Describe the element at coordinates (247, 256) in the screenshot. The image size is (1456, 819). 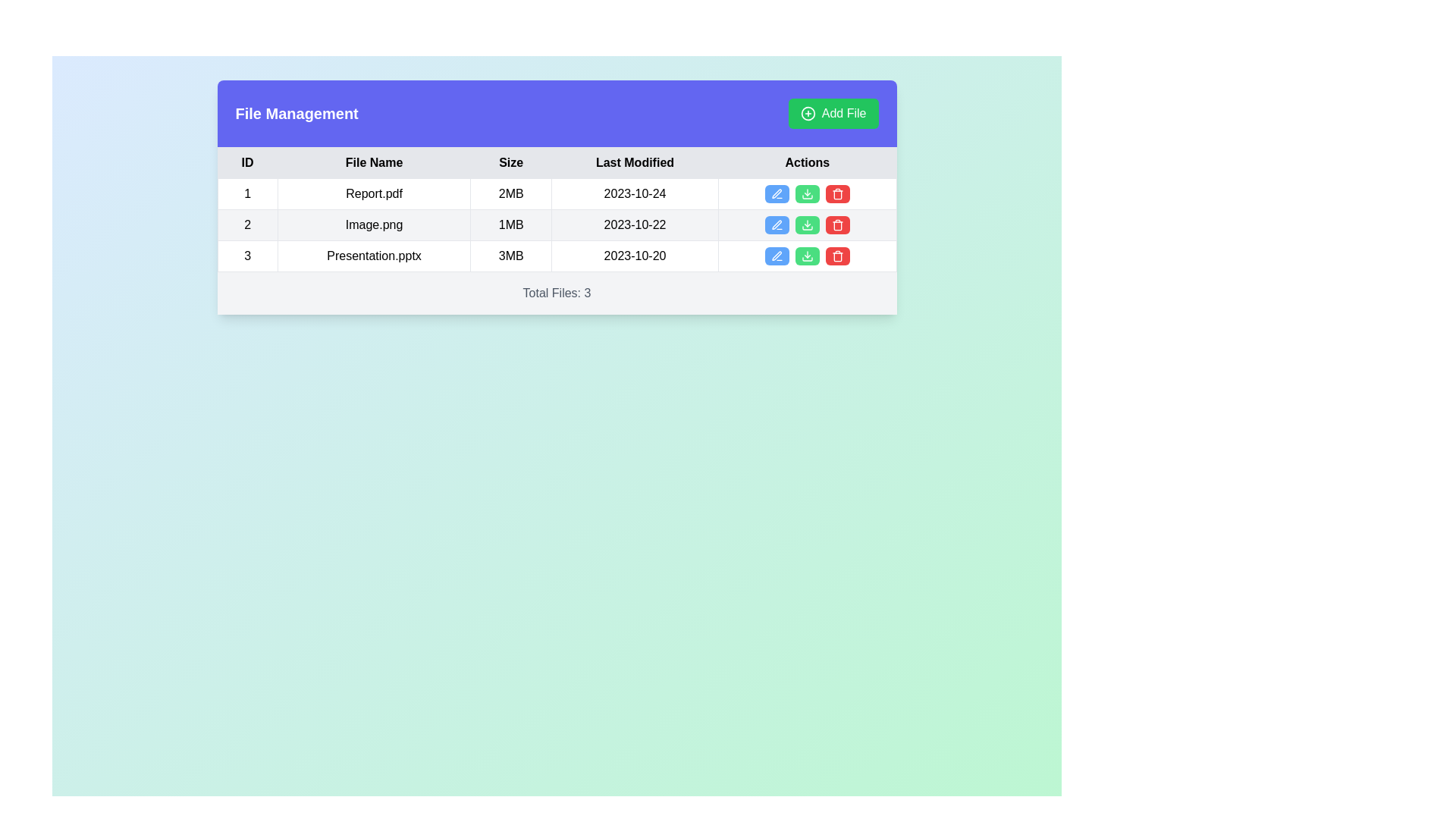
I see `the table cell containing the number '3', which is located in the first column of the last row under the 'ID' column header` at that location.